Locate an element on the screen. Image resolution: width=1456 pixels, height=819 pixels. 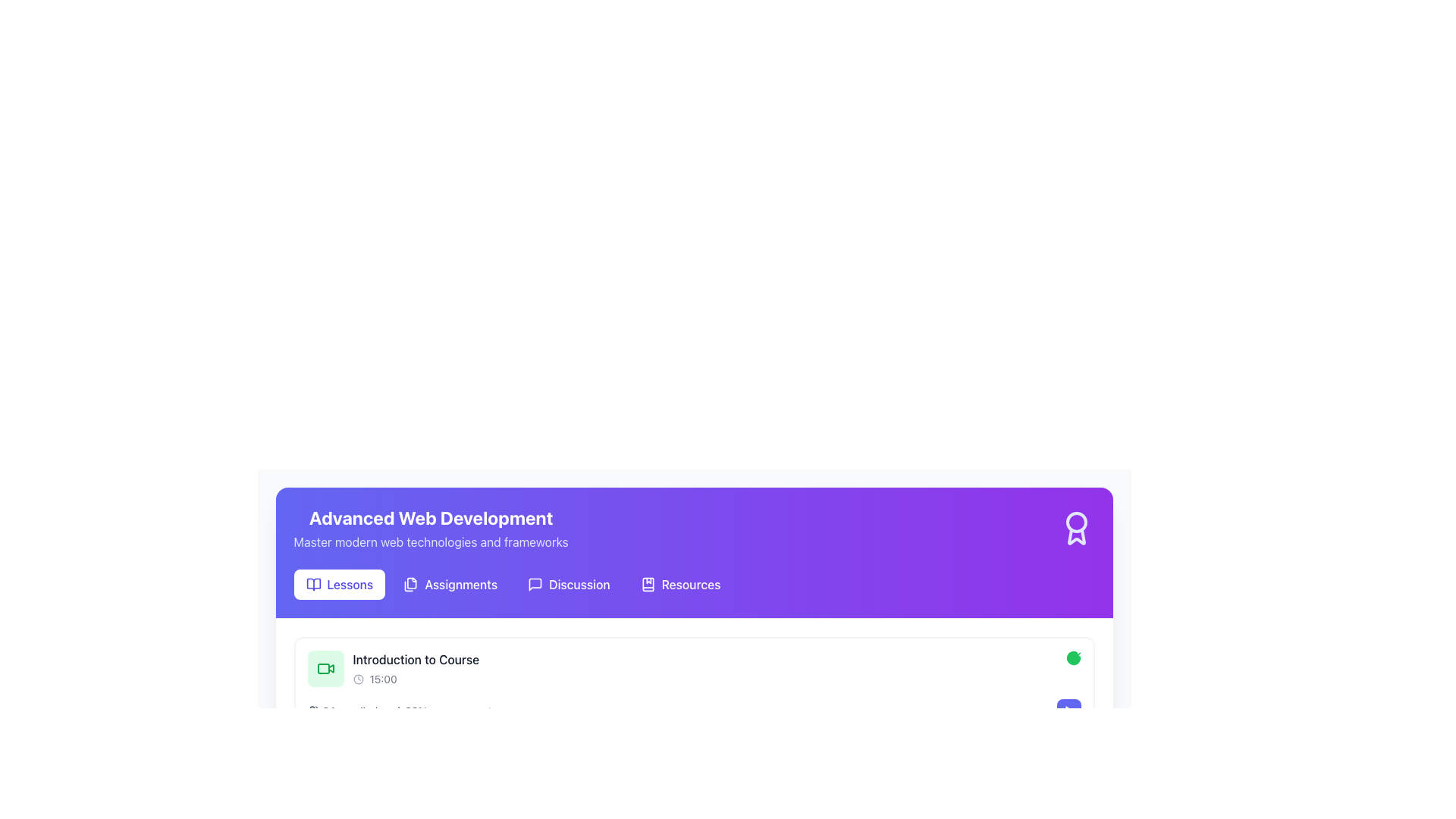
the 'Resources' tab in the Navigation bar located at the bottom of the 'Advanced Web Development' header section is located at coordinates (693, 584).